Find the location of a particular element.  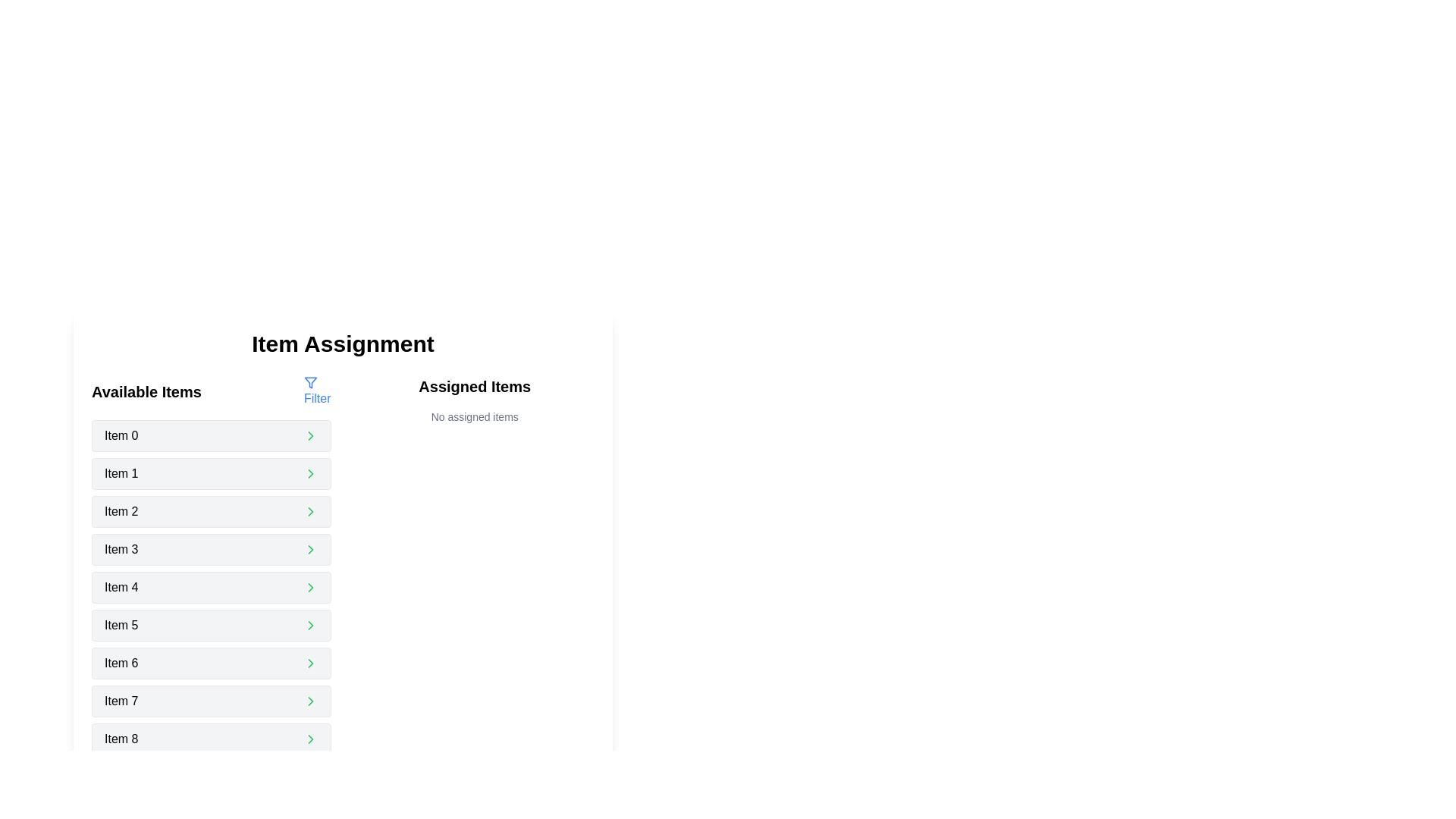

the list item labeled 'Item 3' in the 'Available Items' section is located at coordinates (210, 550).